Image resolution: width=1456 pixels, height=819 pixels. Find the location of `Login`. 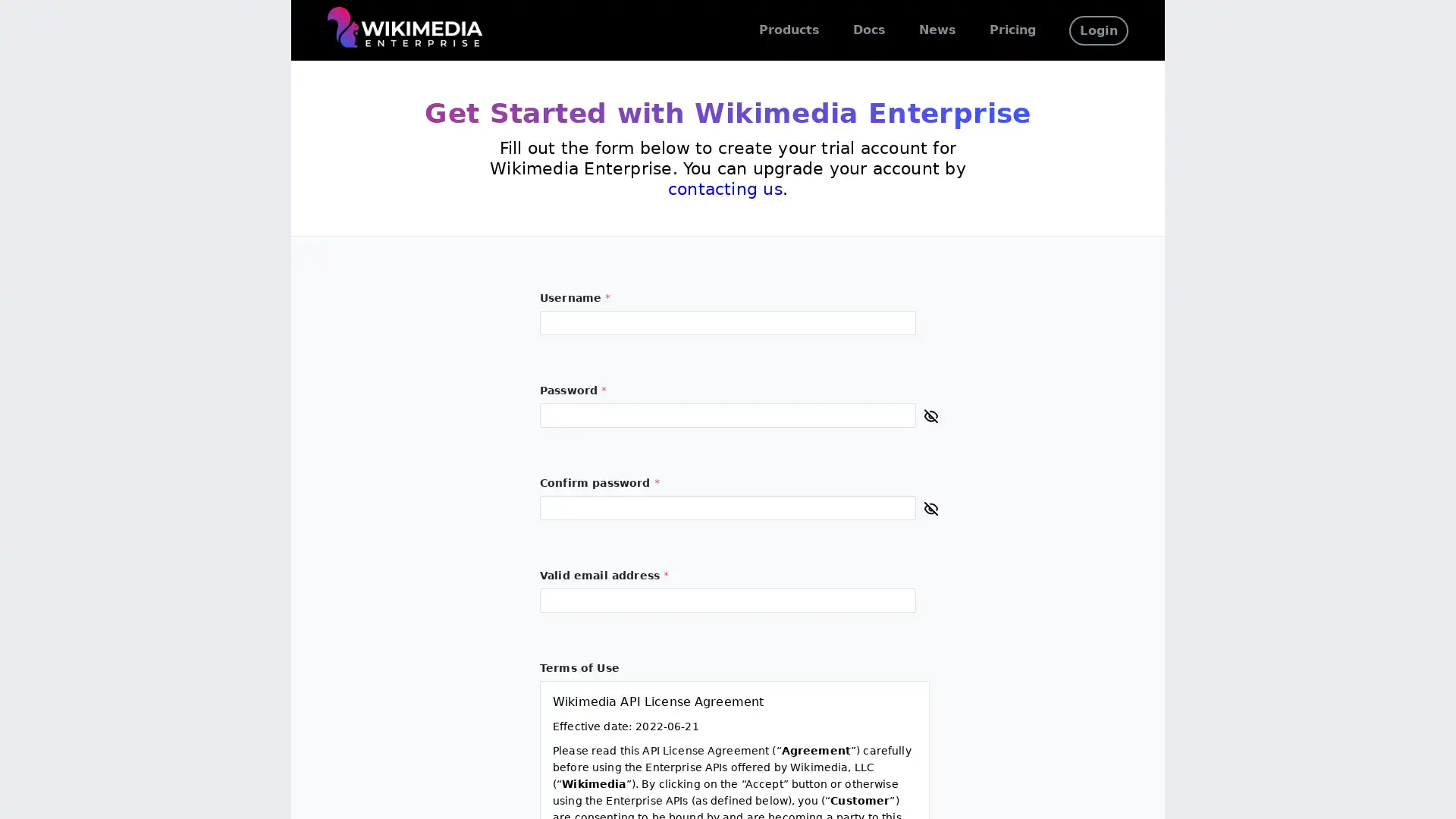

Login is located at coordinates (1099, 30).